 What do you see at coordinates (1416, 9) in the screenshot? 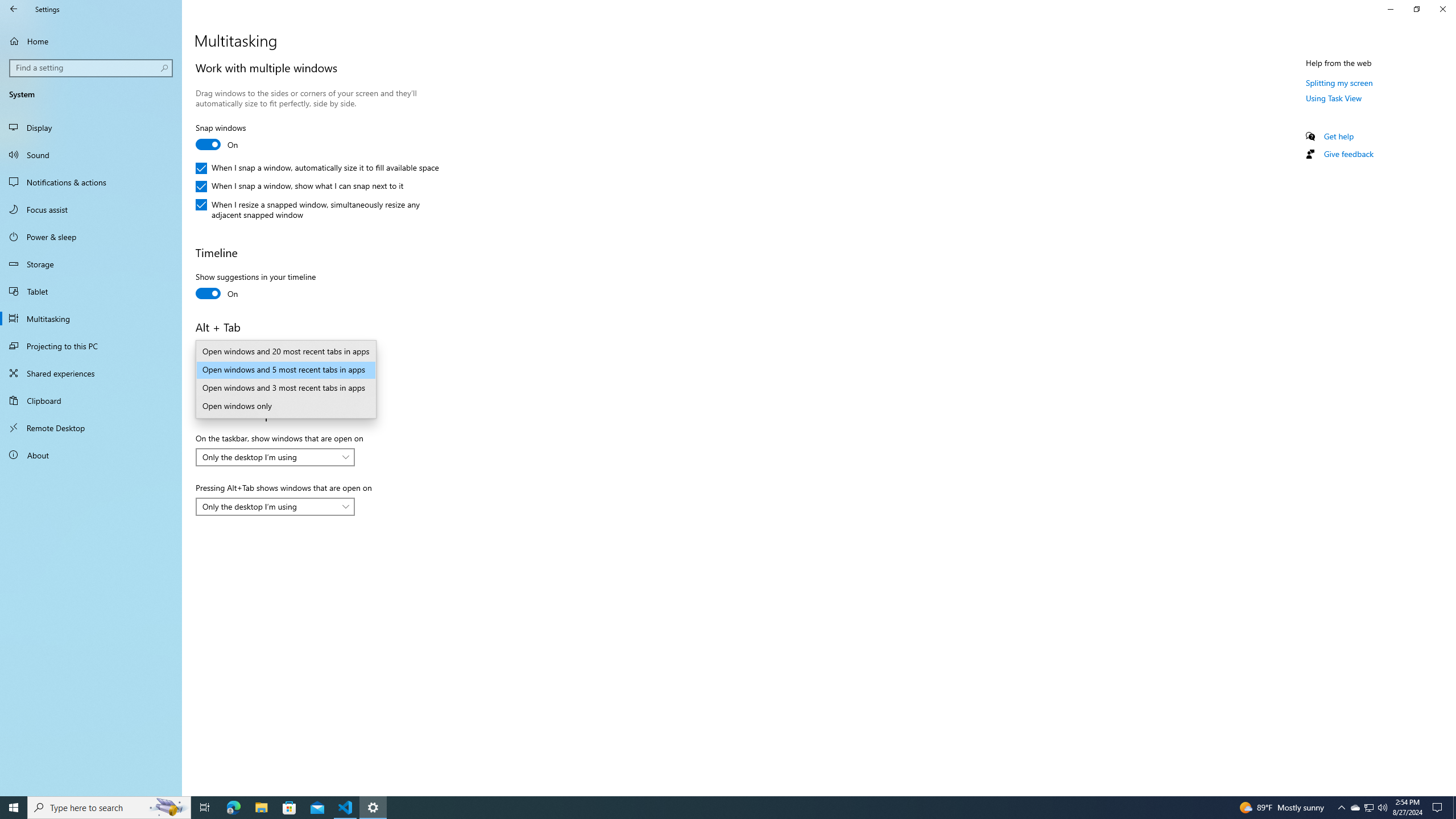
I see `'Restore Settings'` at bounding box center [1416, 9].